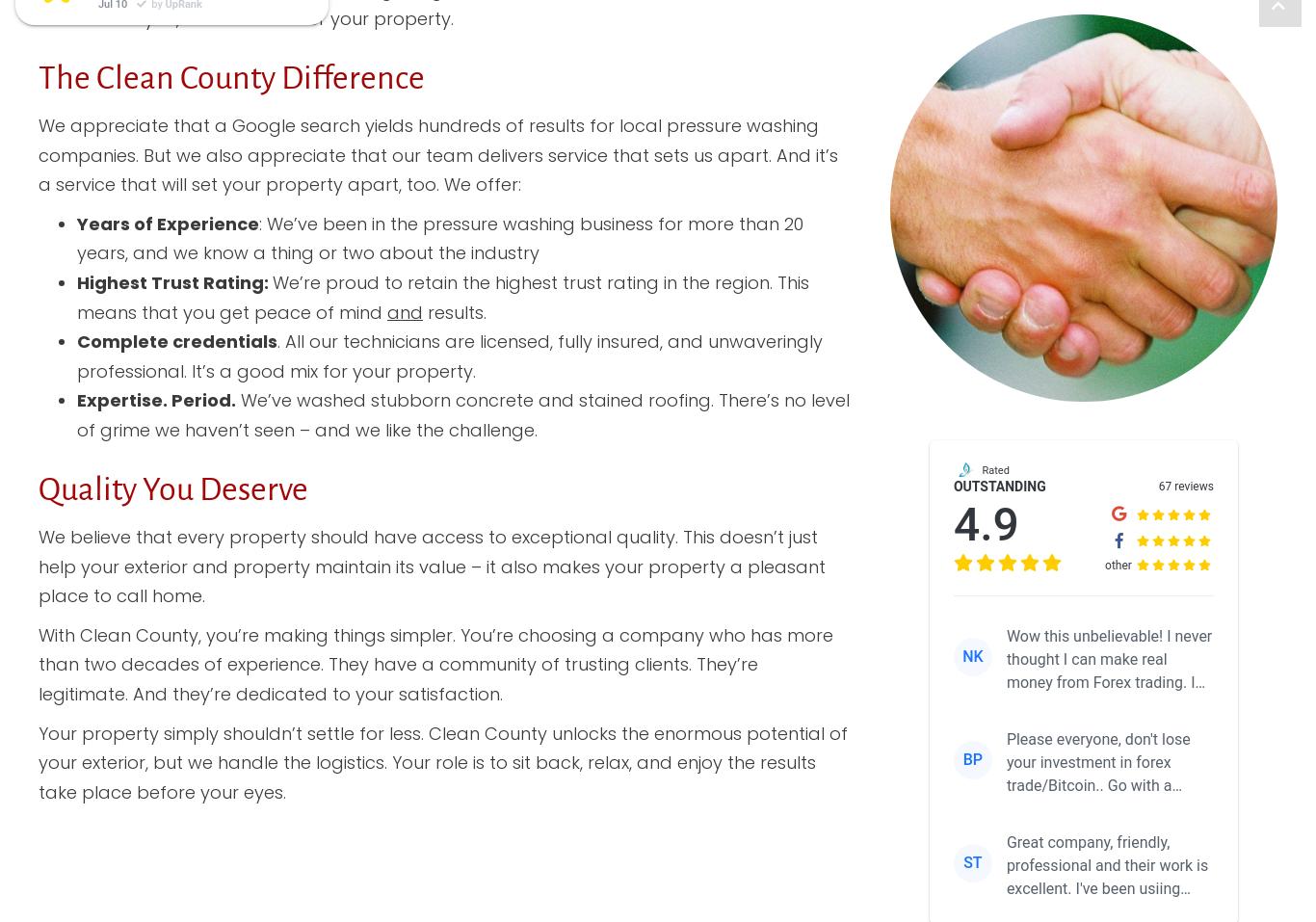  Describe the element at coordinates (442, 760) in the screenshot. I see `'Your property simply shouldn’t settle for less. Clean County unlocks the enormous potential of your exterior, but we handle the logistics. Your role is to sit back, relax, and enjoy the results take place before your eyes.'` at that location.